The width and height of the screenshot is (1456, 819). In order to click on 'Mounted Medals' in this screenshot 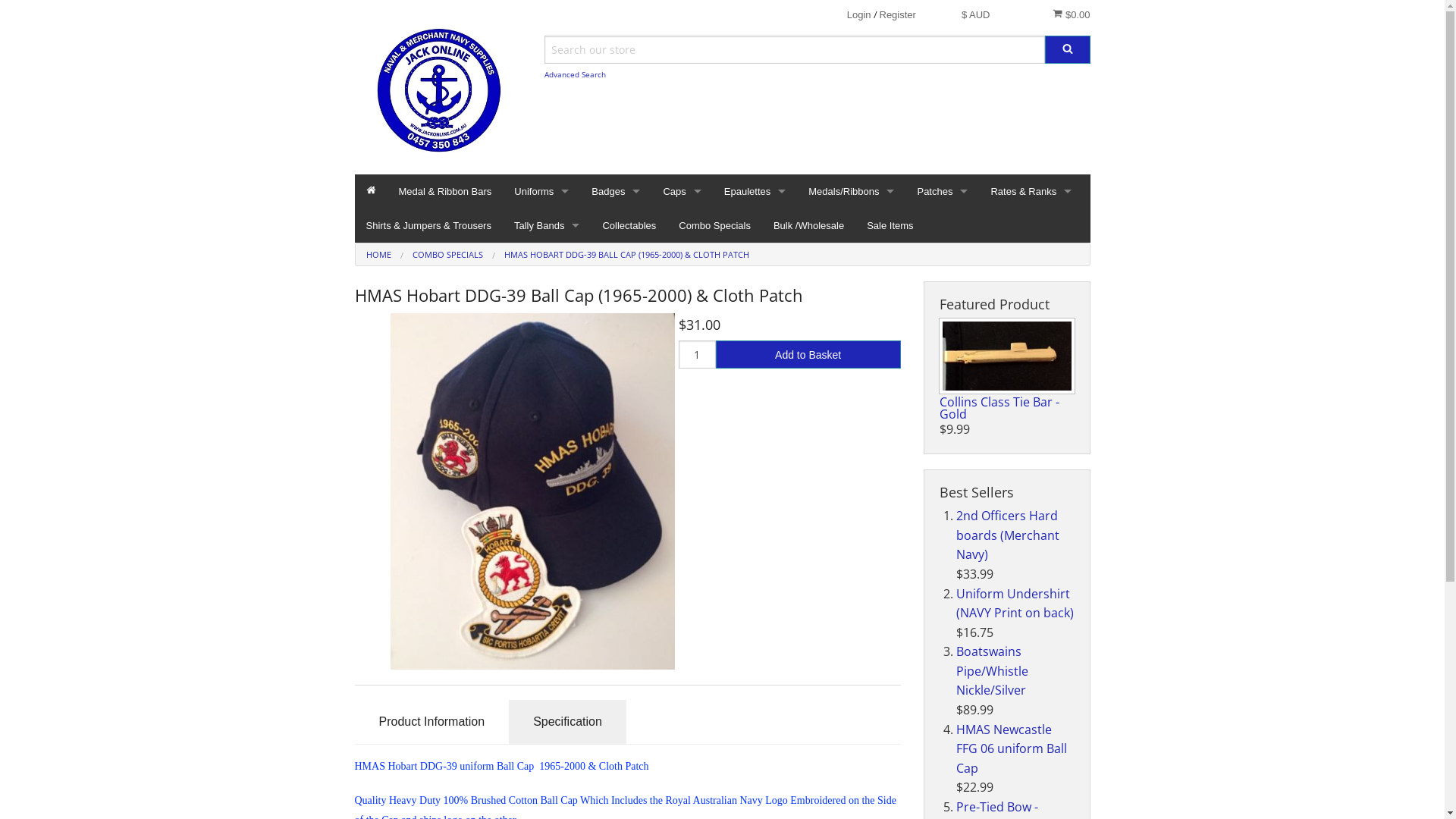, I will do `click(851, 347)`.